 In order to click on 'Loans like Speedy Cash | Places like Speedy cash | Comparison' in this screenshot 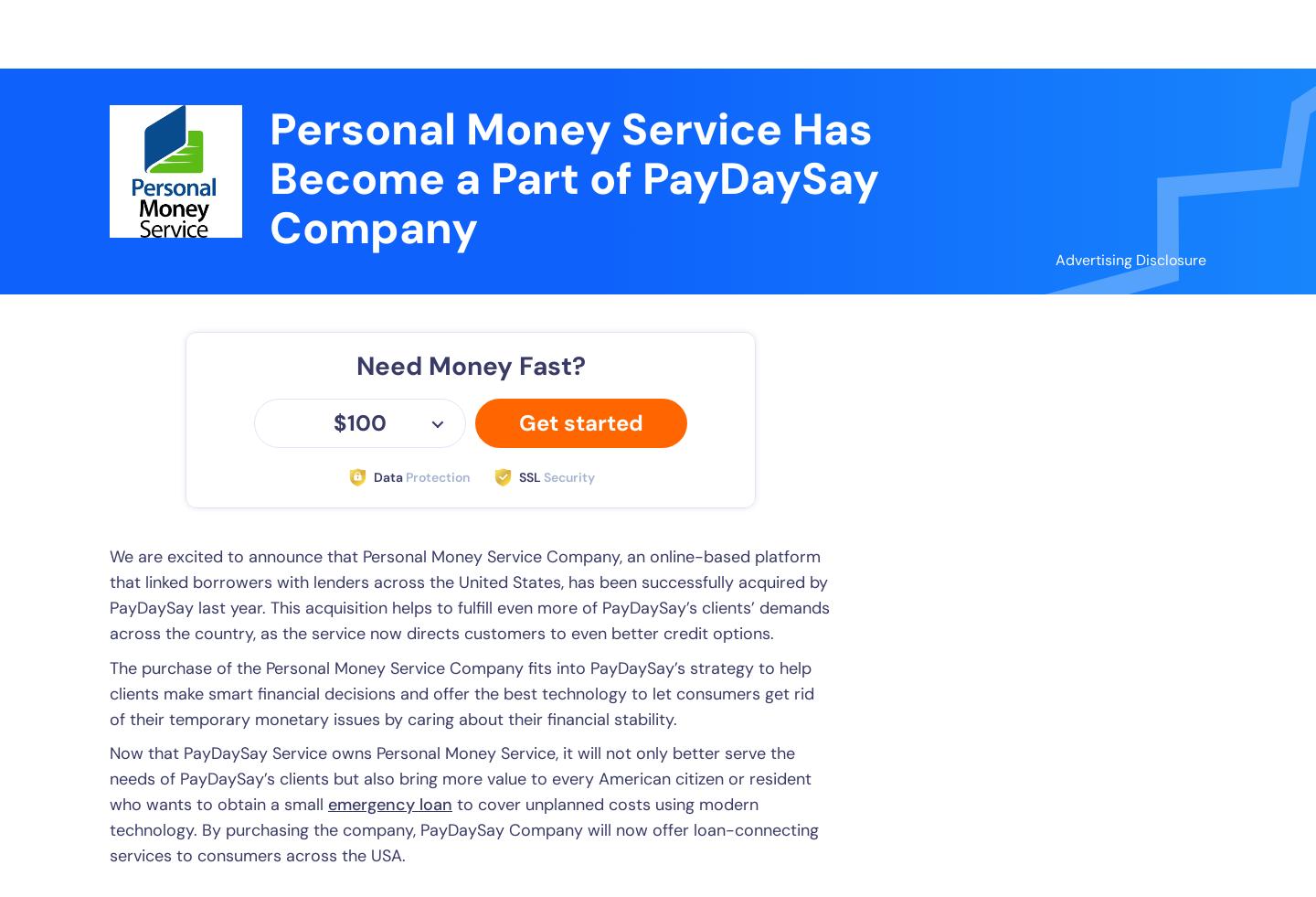, I will do `click(1079, 240)`.